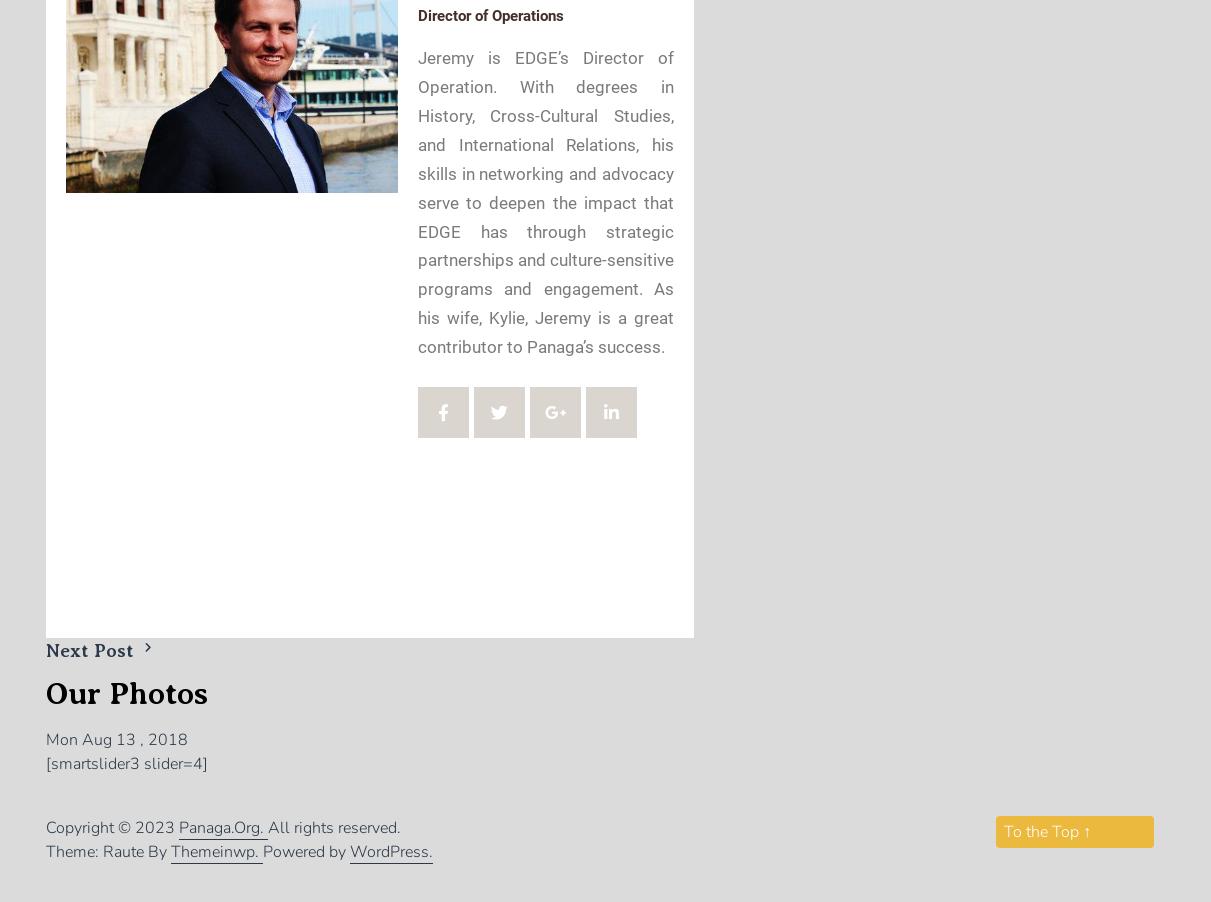 The image size is (1211, 902). What do you see at coordinates (543, 201) in the screenshot?
I see `'Jeremy is EDGE’s Director of Operation. With degrees in History, Cross-Cultural Studies, and International Relations, his skills in networking and advocacy serve to deepen the impact that EDGE has through strategic partnerships and culture-sensitive programs and engagement. As his wife, Kylie, Jeremy is a great contributor to Panaga’s success.'` at bounding box center [543, 201].